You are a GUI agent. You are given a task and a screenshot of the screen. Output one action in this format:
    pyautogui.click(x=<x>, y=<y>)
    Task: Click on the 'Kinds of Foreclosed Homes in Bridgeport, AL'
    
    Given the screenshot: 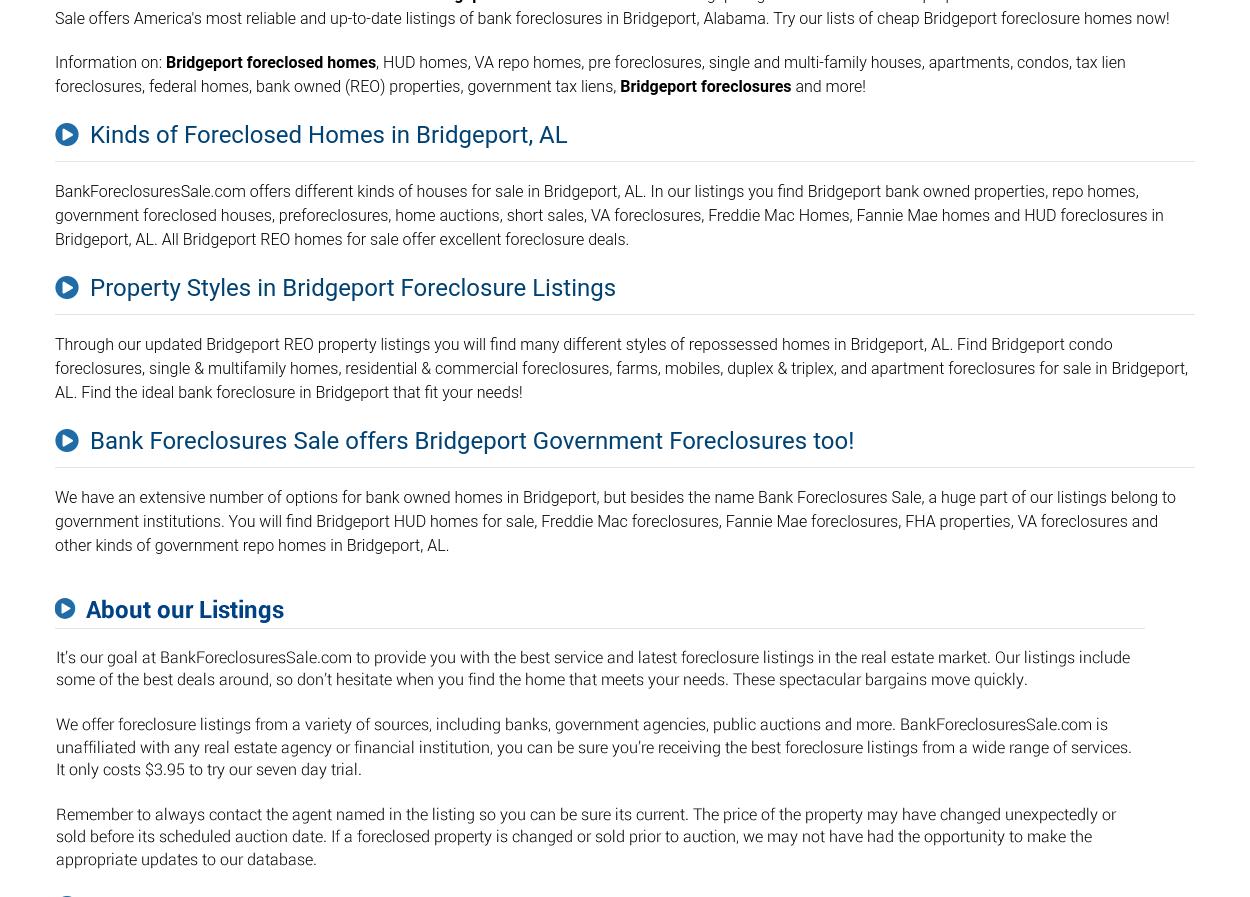 What is the action you would take?
    pyautogui.click(x=327, y=133)
    